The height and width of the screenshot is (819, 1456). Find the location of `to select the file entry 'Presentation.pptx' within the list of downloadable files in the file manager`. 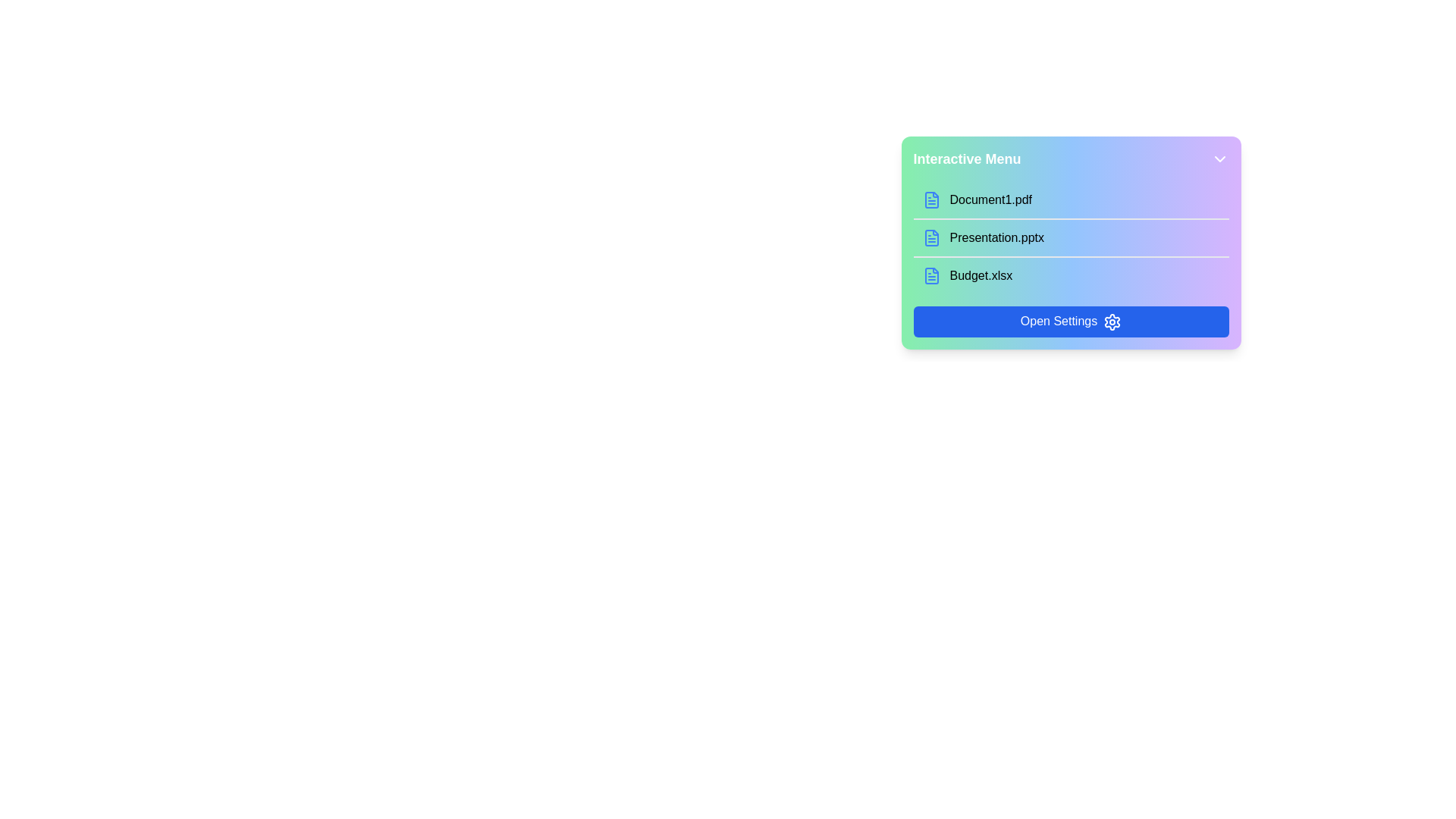

to select the file entry 'Presentation.pptx' within the list of downloadable files in the file manager is located at coordinates (1070, 237).